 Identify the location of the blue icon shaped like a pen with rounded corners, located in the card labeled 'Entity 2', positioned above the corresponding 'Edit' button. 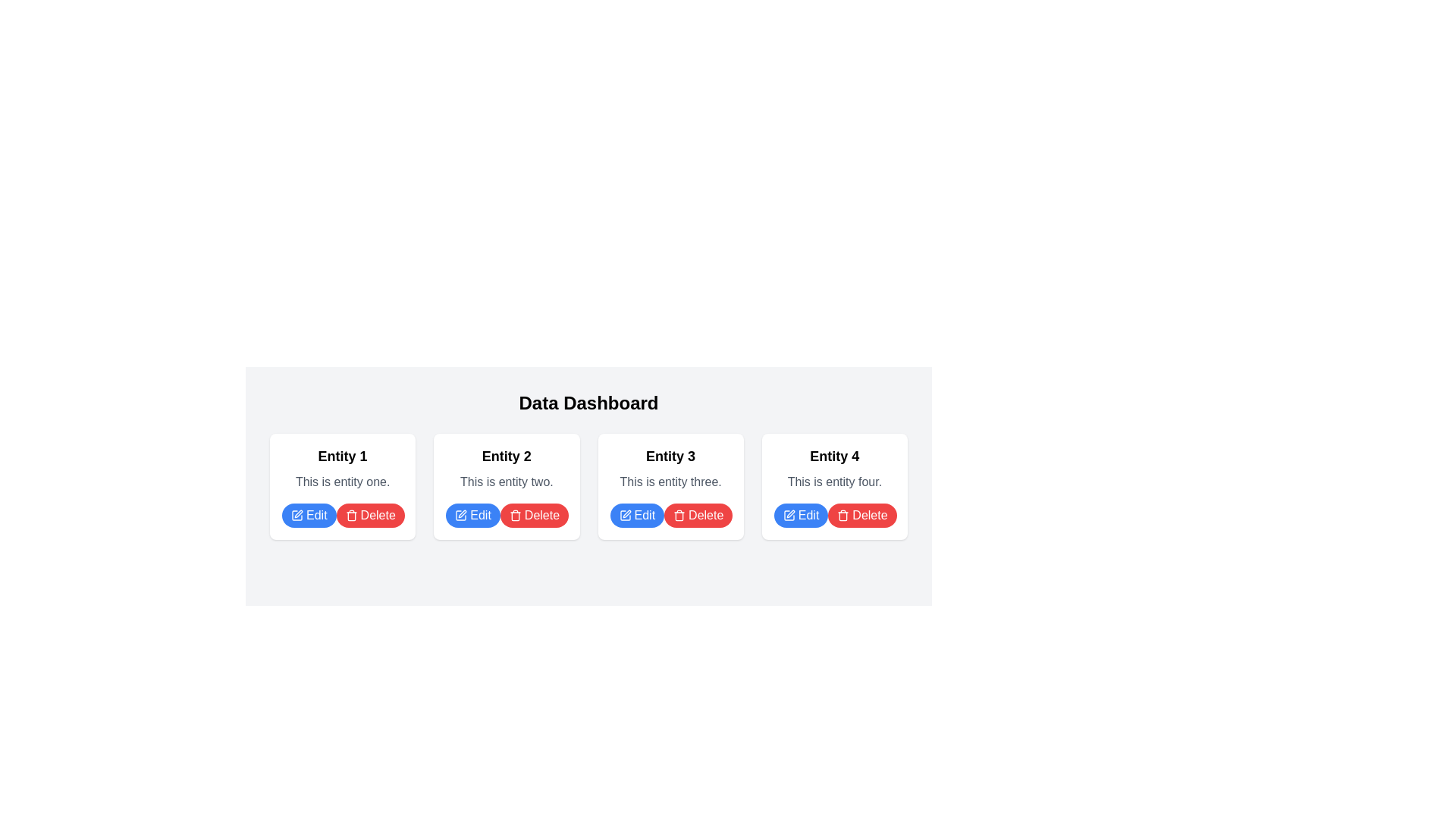
(460, 514).